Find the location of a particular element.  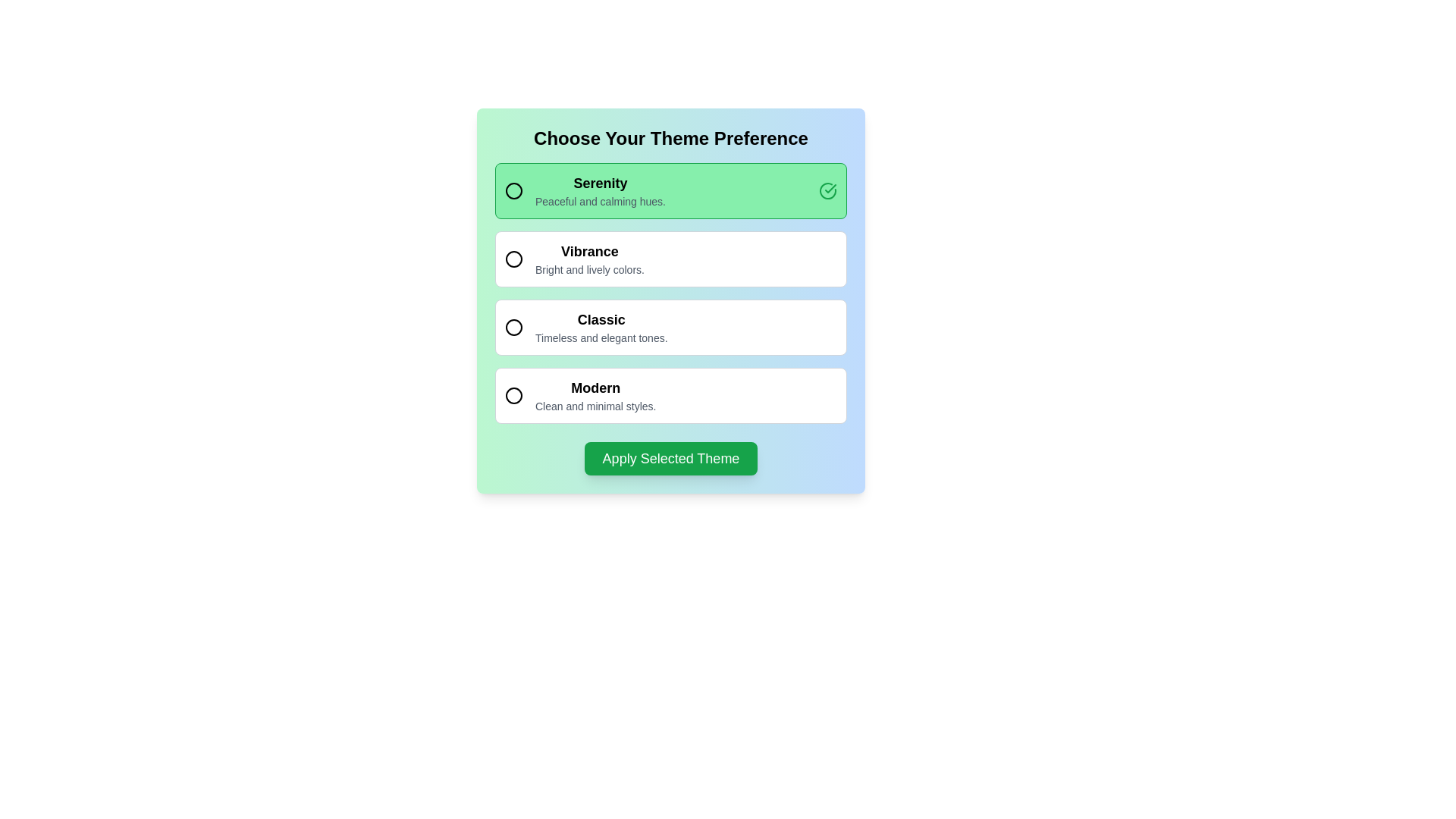

text from the 'Modern' theme option in the theme selection interface, located in the fourth selection option of the 'Choose Your Theme Preference' form is located at coordinates (595, 394).